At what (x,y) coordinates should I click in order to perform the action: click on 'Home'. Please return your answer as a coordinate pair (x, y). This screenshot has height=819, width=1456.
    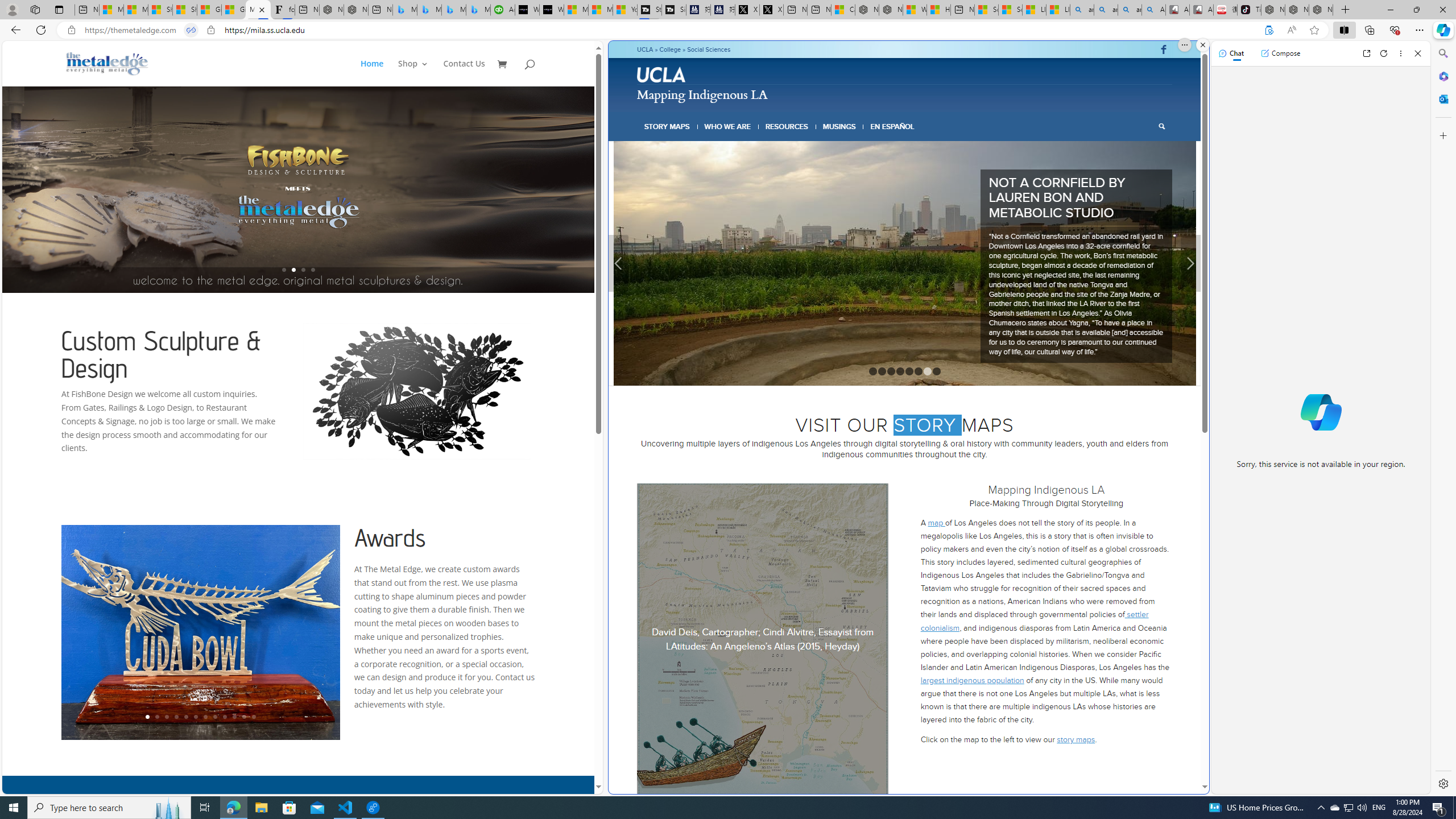
    Looking at the image, I should click on (378, 72).